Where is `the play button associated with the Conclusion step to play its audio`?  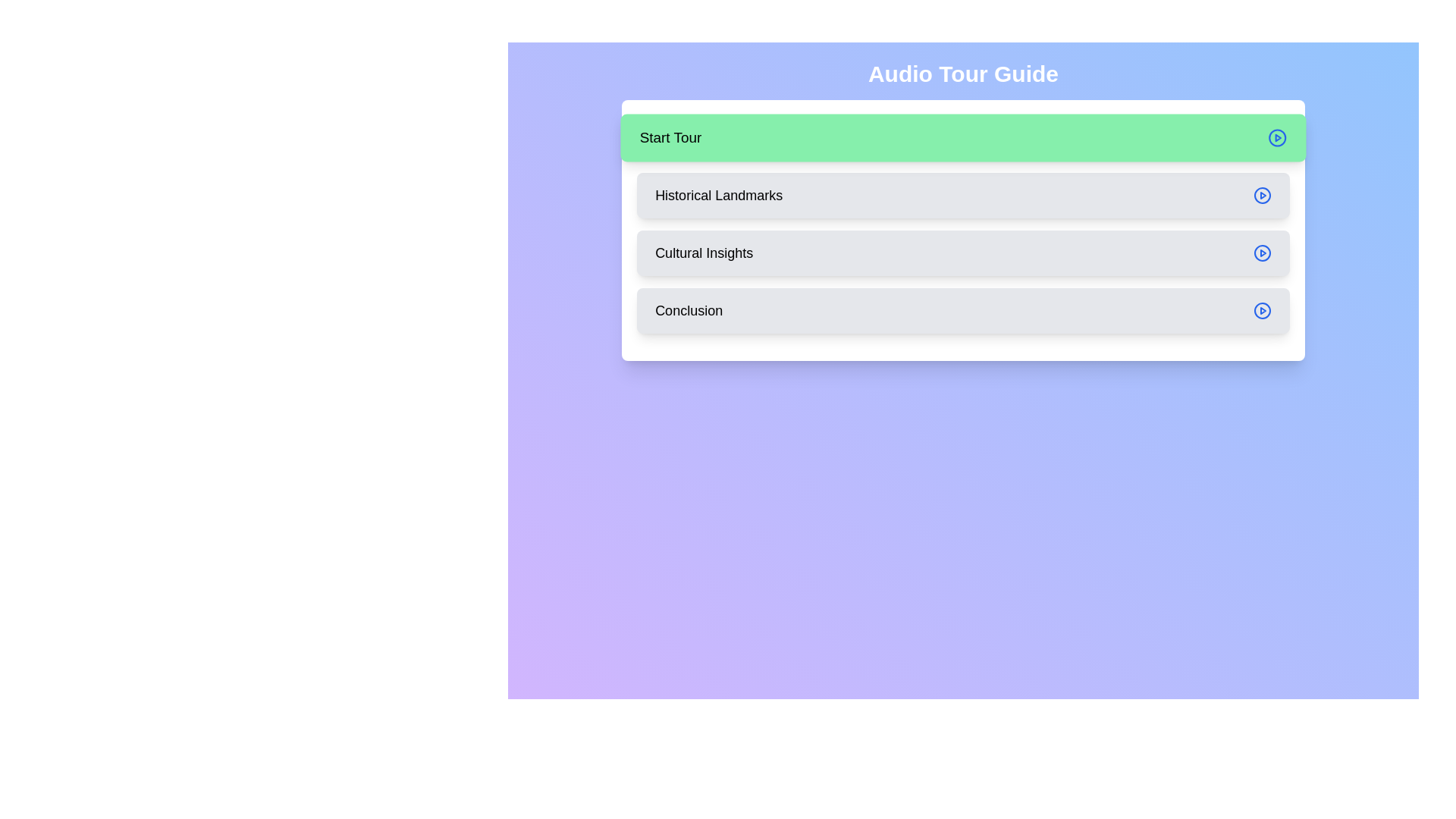 the play button associated with the Conclusion step to play its audio is located at coordinates (1262, 309).